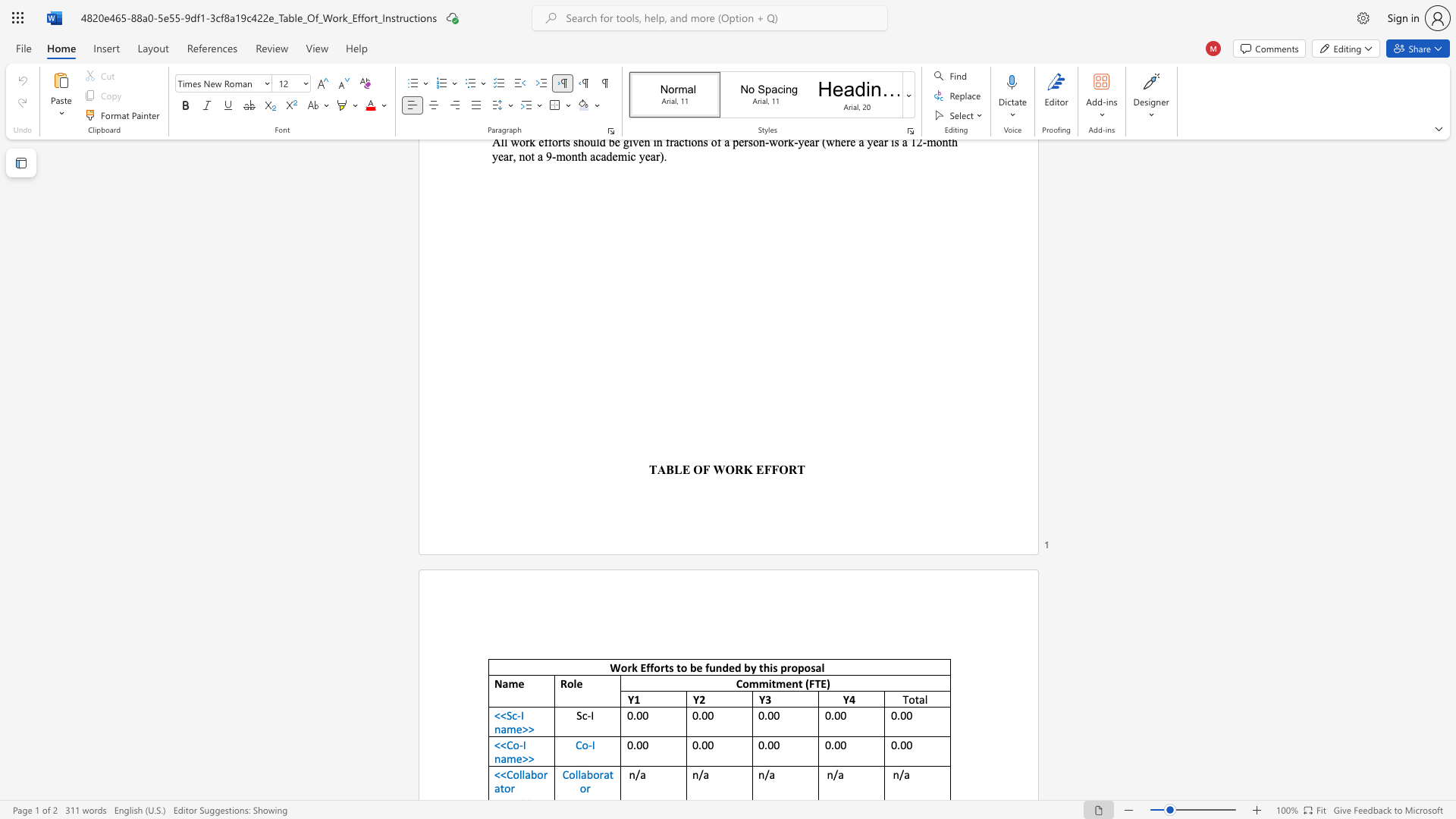 The width and height of the screenshot is (1456, 819). Describe the element at coordinates (785, 683) in the screenshot. I see `the space between the continuous character "m" and "e" in the text` at that location.